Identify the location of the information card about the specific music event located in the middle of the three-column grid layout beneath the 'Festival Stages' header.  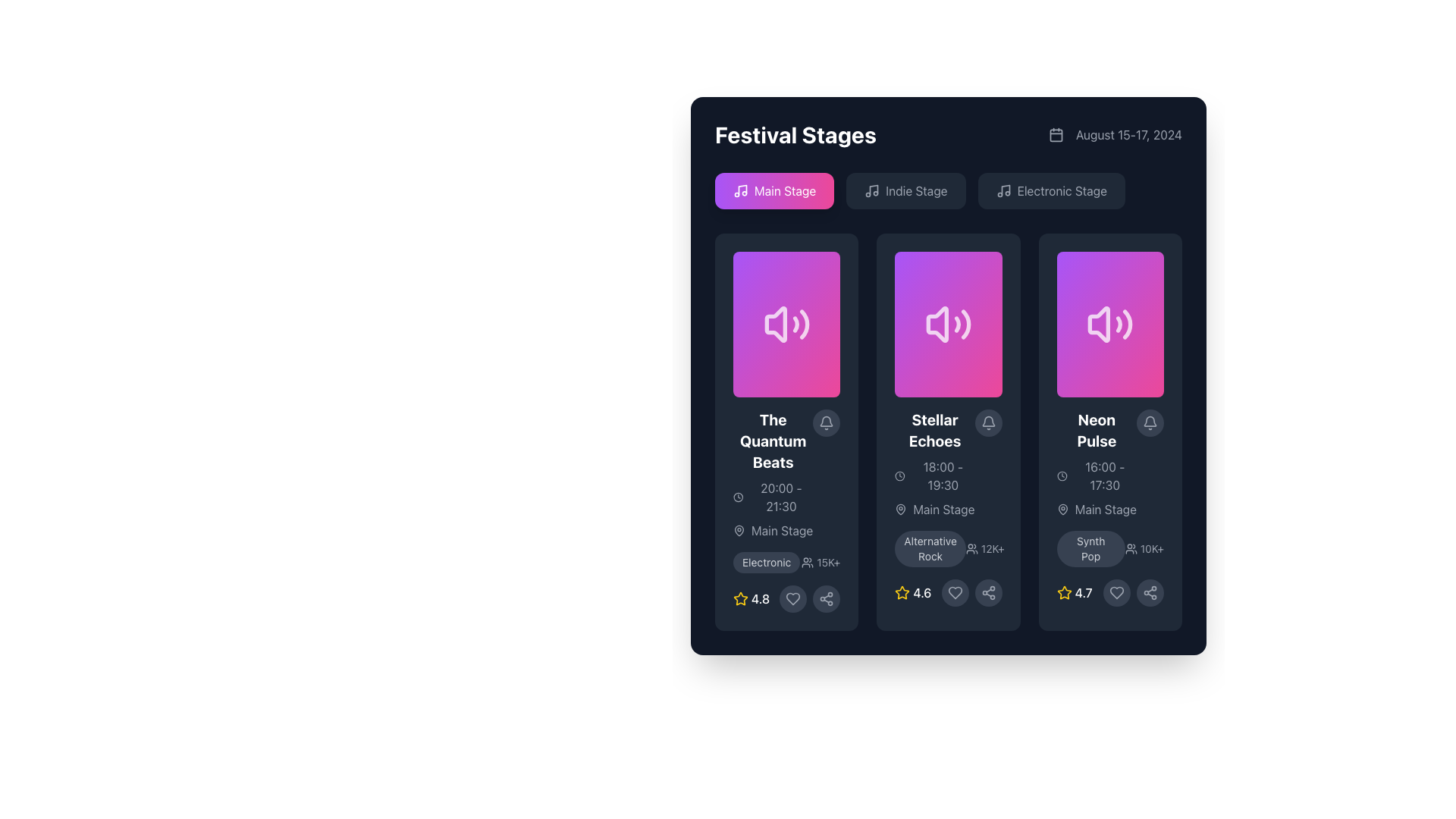
(948, 432).